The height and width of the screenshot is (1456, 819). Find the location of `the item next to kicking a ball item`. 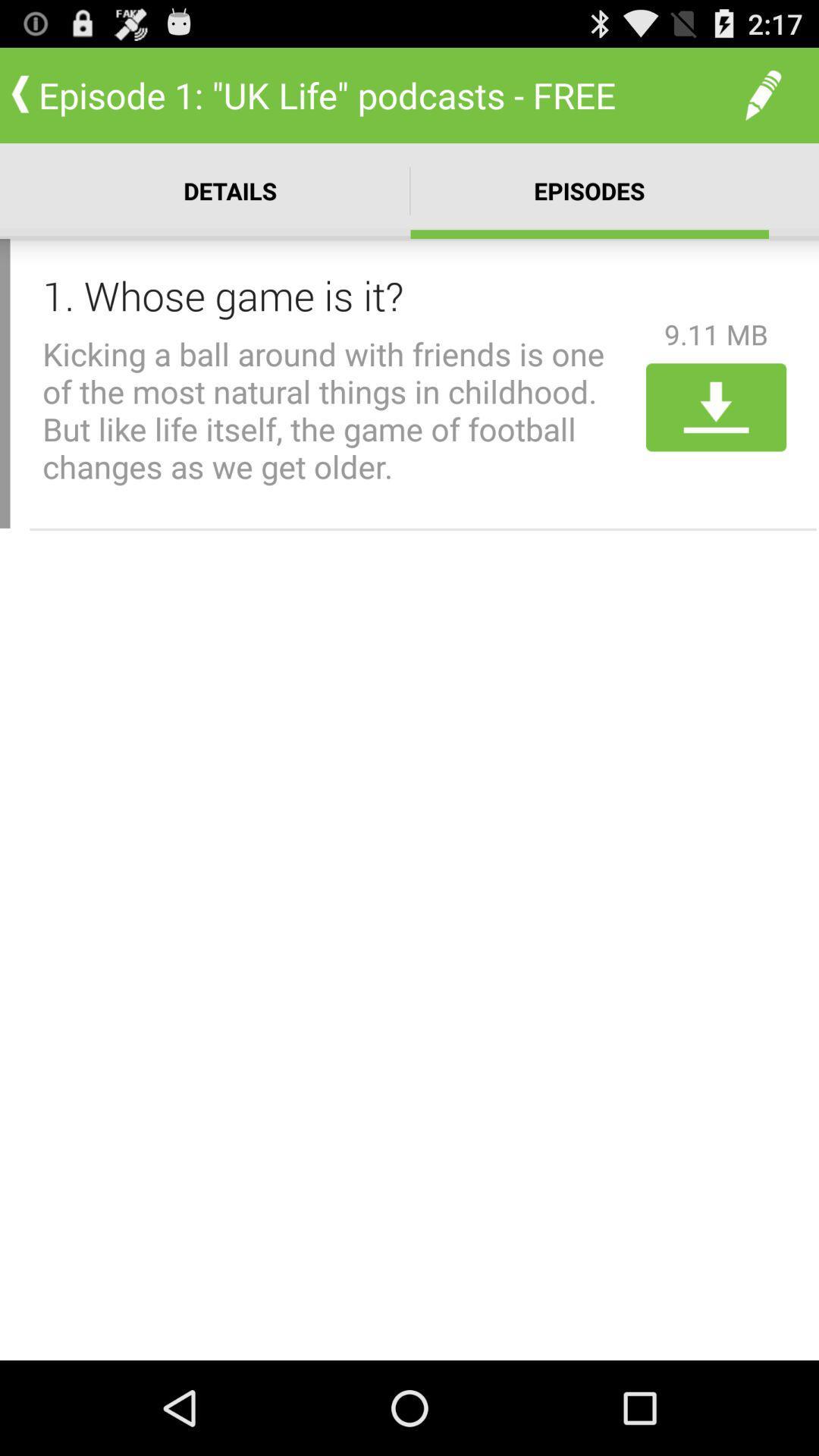

the item next to kicking a ball item is located at coordinates (716, 407).